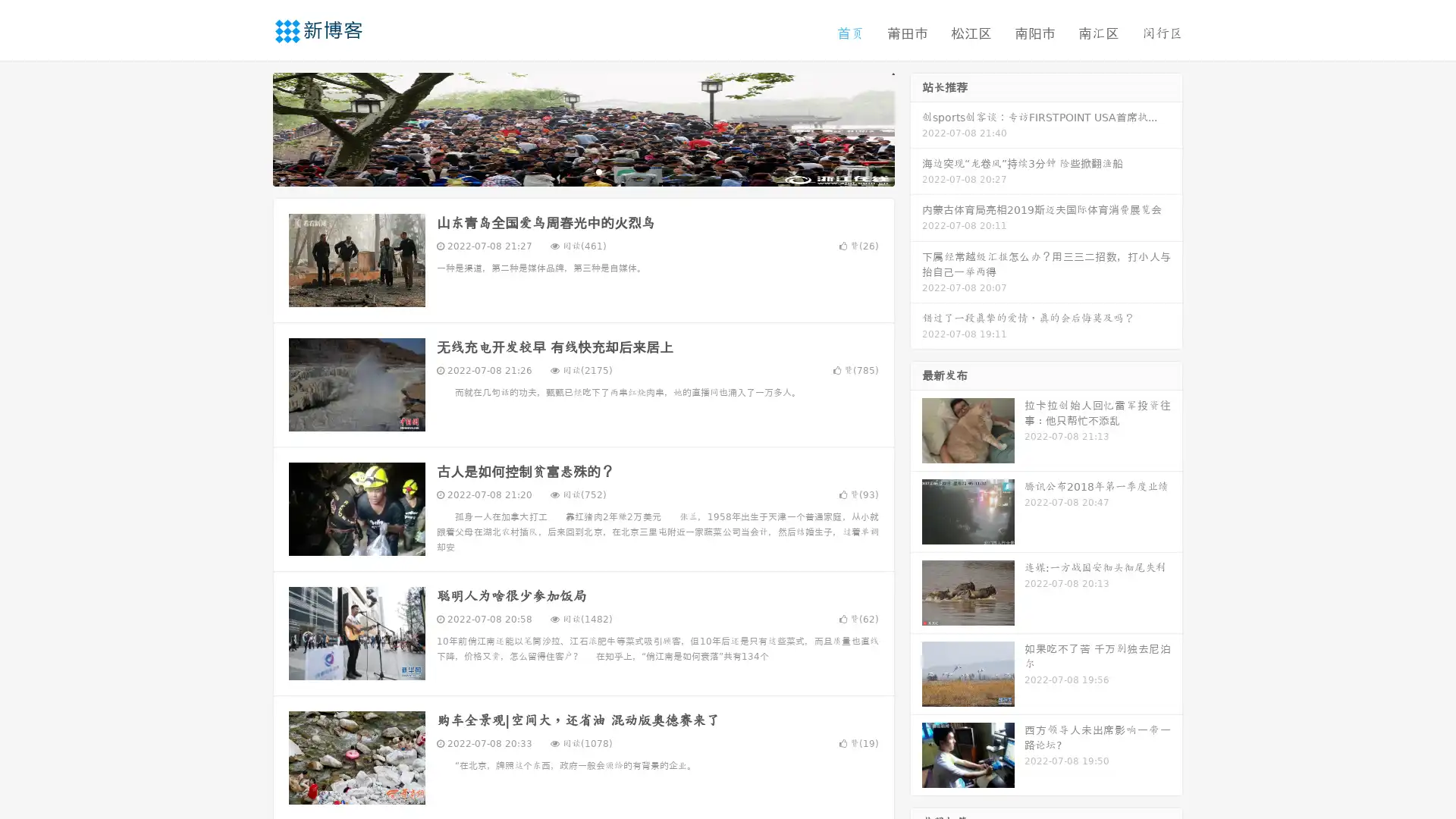 Image resolution: width=1456 pixels, height=819 pixels. I want to click on Previous slide, so click(250, 127).